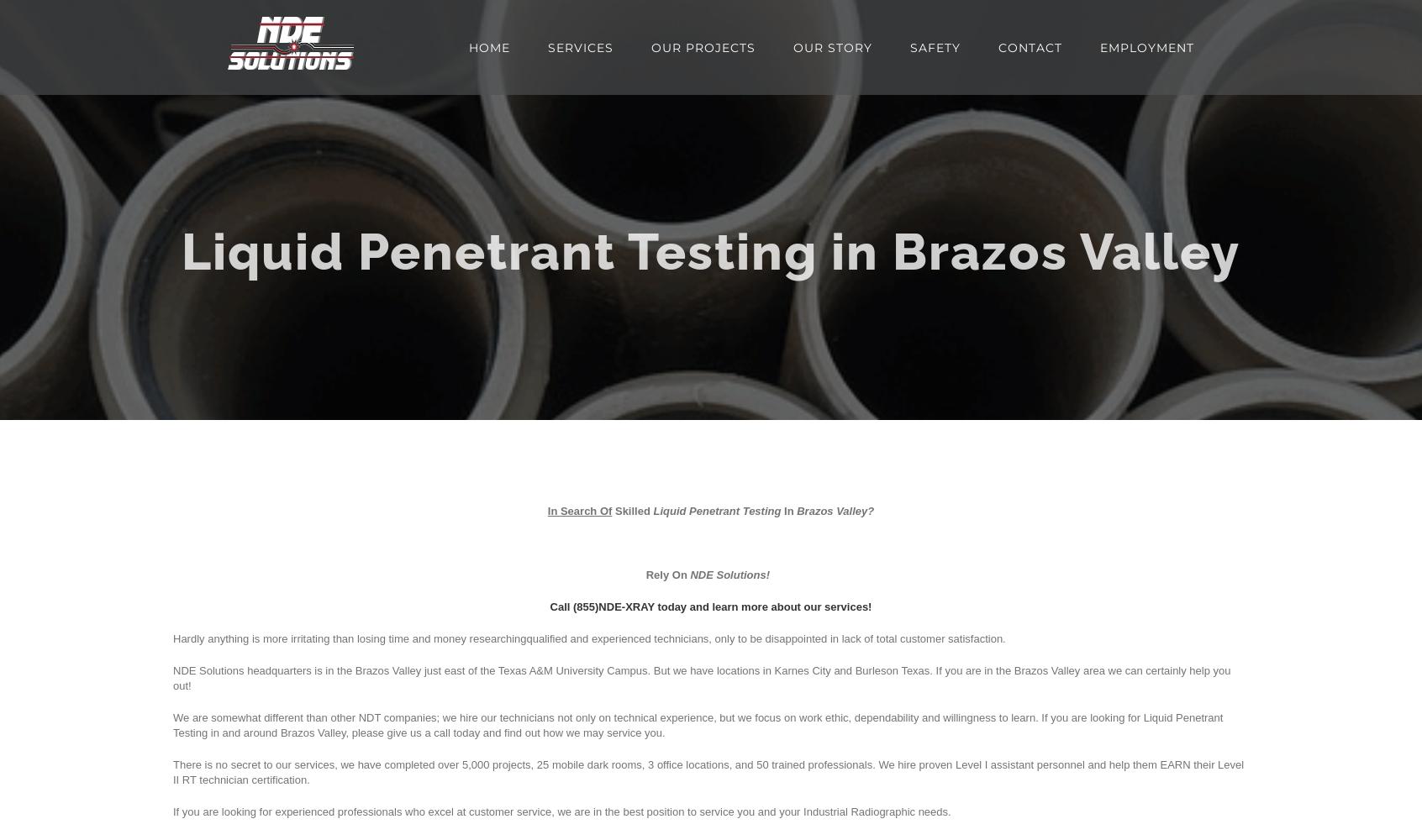  I want to click on 'In', so click(788, 510).